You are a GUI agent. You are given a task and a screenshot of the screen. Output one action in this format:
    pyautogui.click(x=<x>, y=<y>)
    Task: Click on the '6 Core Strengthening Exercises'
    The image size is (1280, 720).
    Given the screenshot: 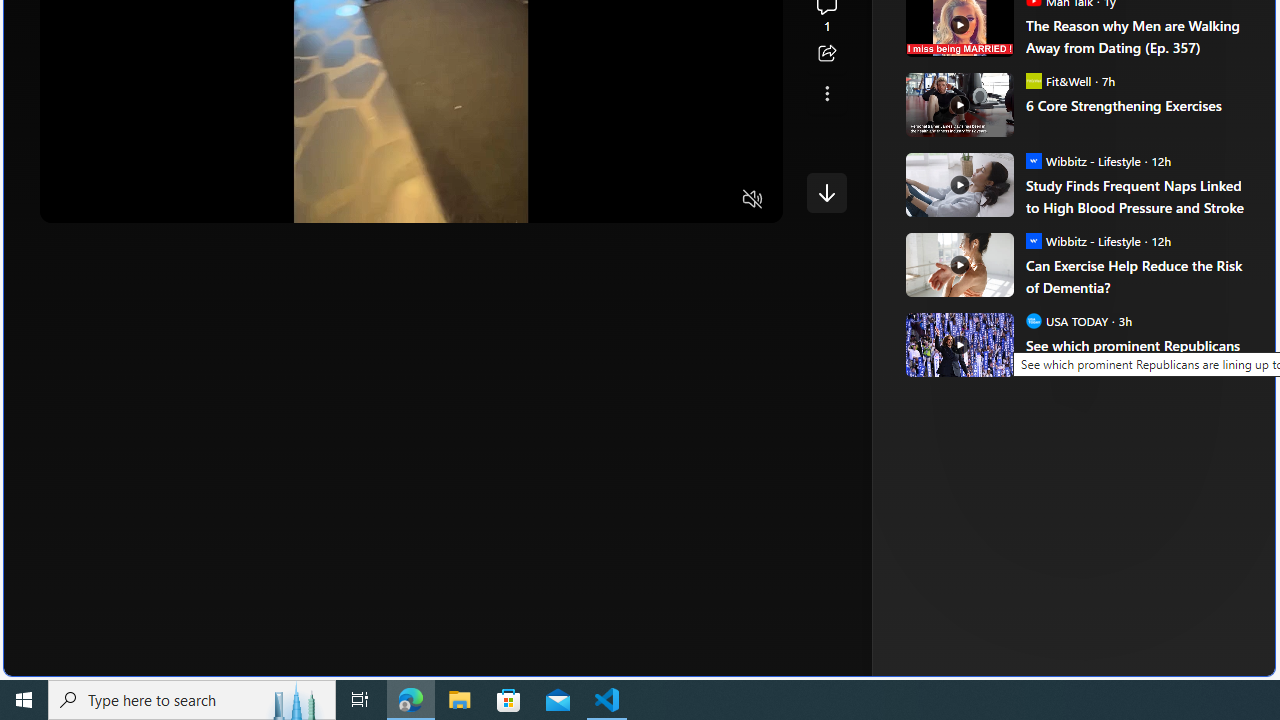 What is the action you would take?
    pyautogui.click(x=1136, y=105)
    